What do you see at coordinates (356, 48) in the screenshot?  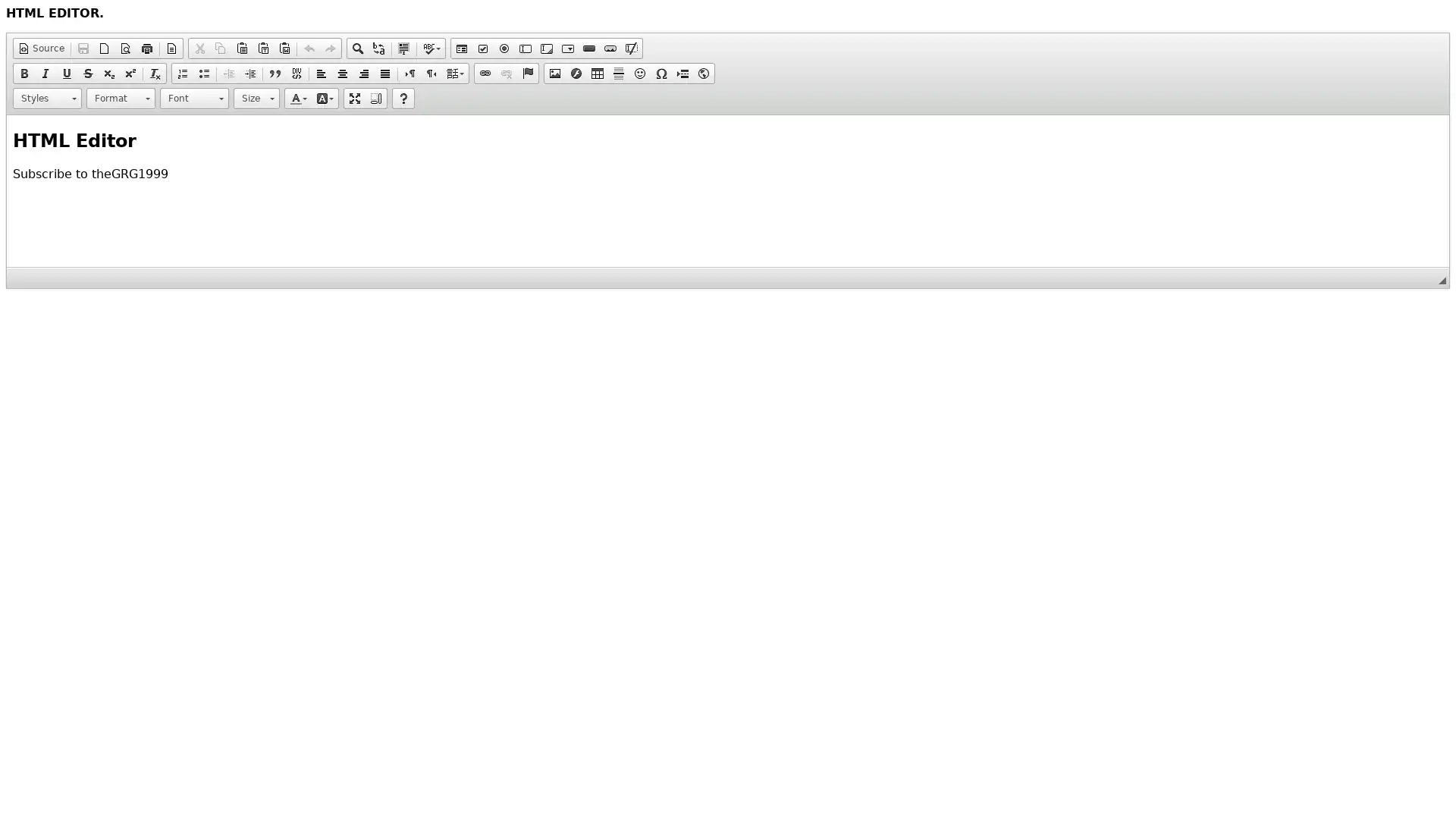 I see `Find` at bounding box center [356, 48].